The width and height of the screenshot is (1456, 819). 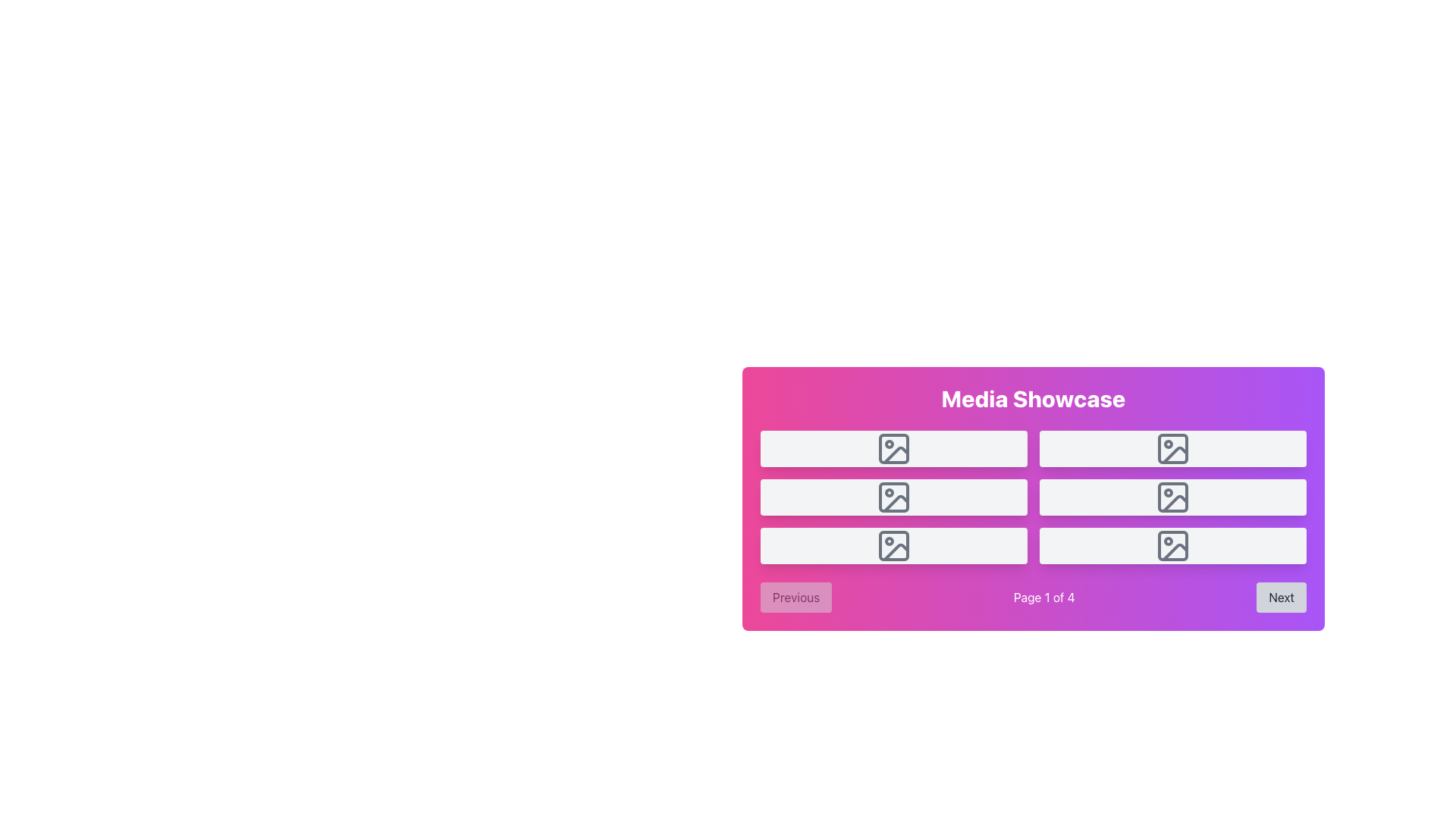 What do you see at coordinates (1172, 546) in the screenshot?
I see `the square-shaped icon representing an image placeholder, which is centrally located in the last cell of the third row in a 3x2 grid of icon placeholders in a media showcase interface` at bounding box center [1172, 546].